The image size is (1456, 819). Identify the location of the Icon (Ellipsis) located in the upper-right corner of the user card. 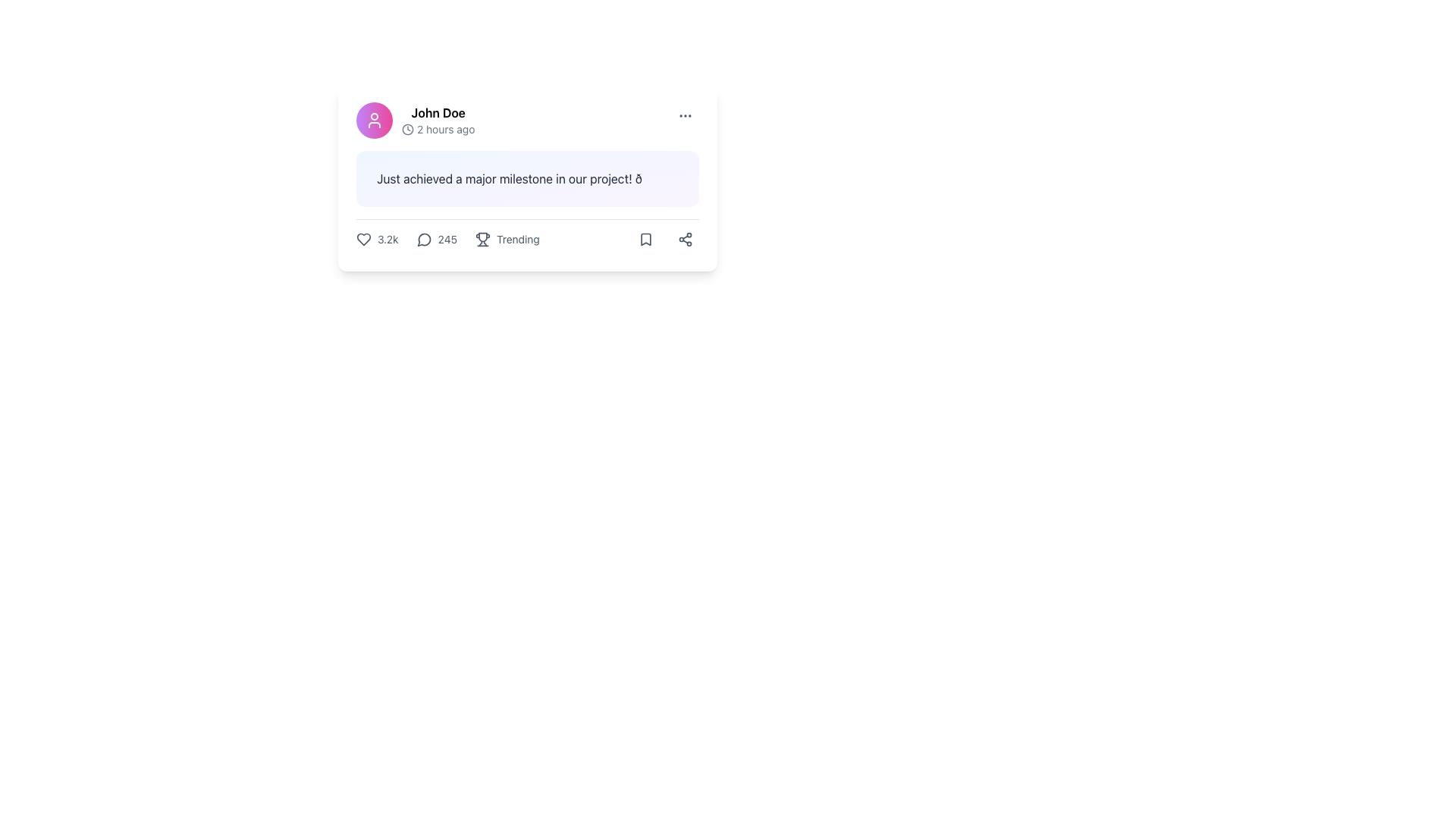
(684, 115).